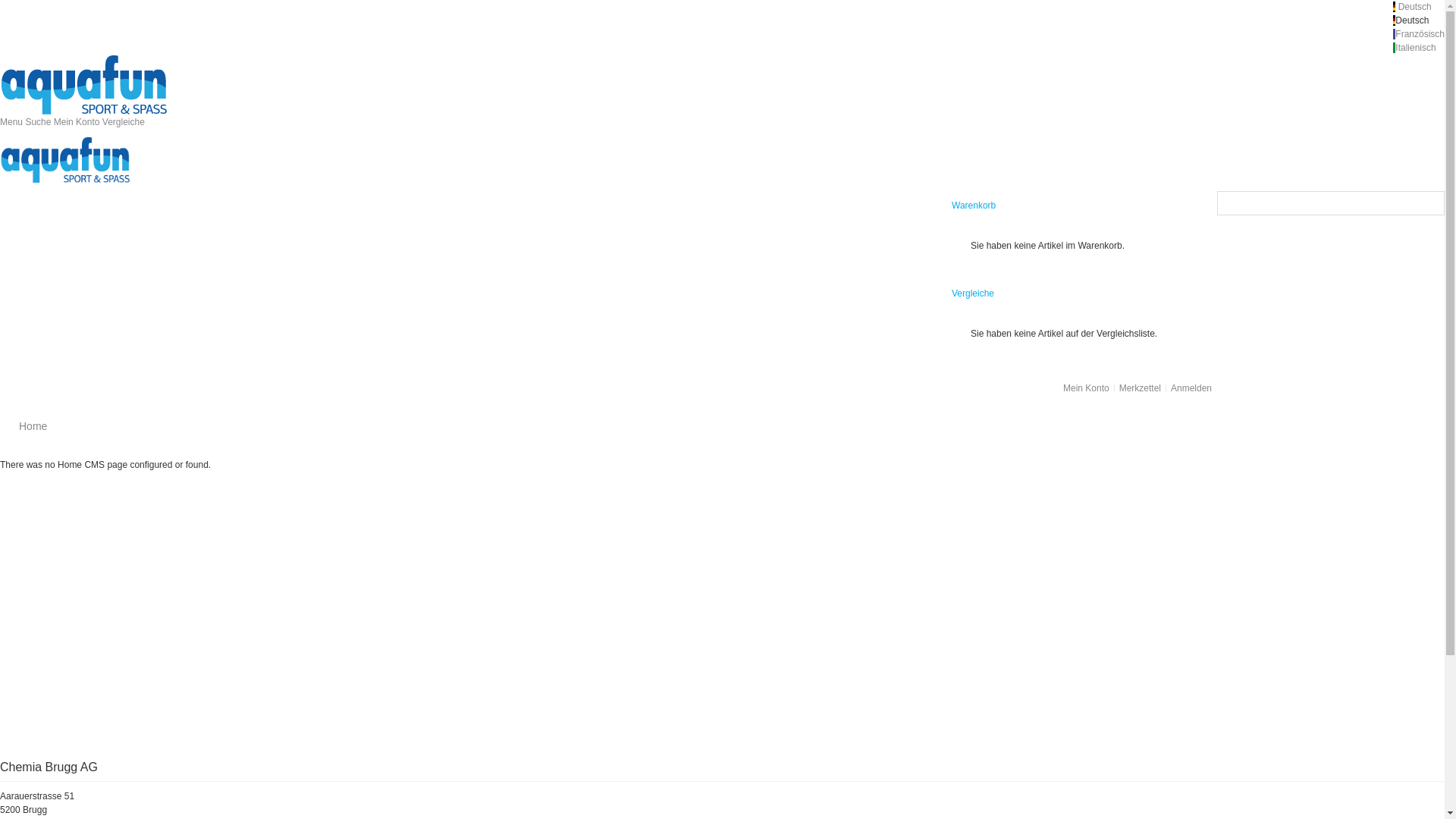 This screenshot has width=1456, height=819. I want to click on 'Merkzettel', so click(1140, 388).